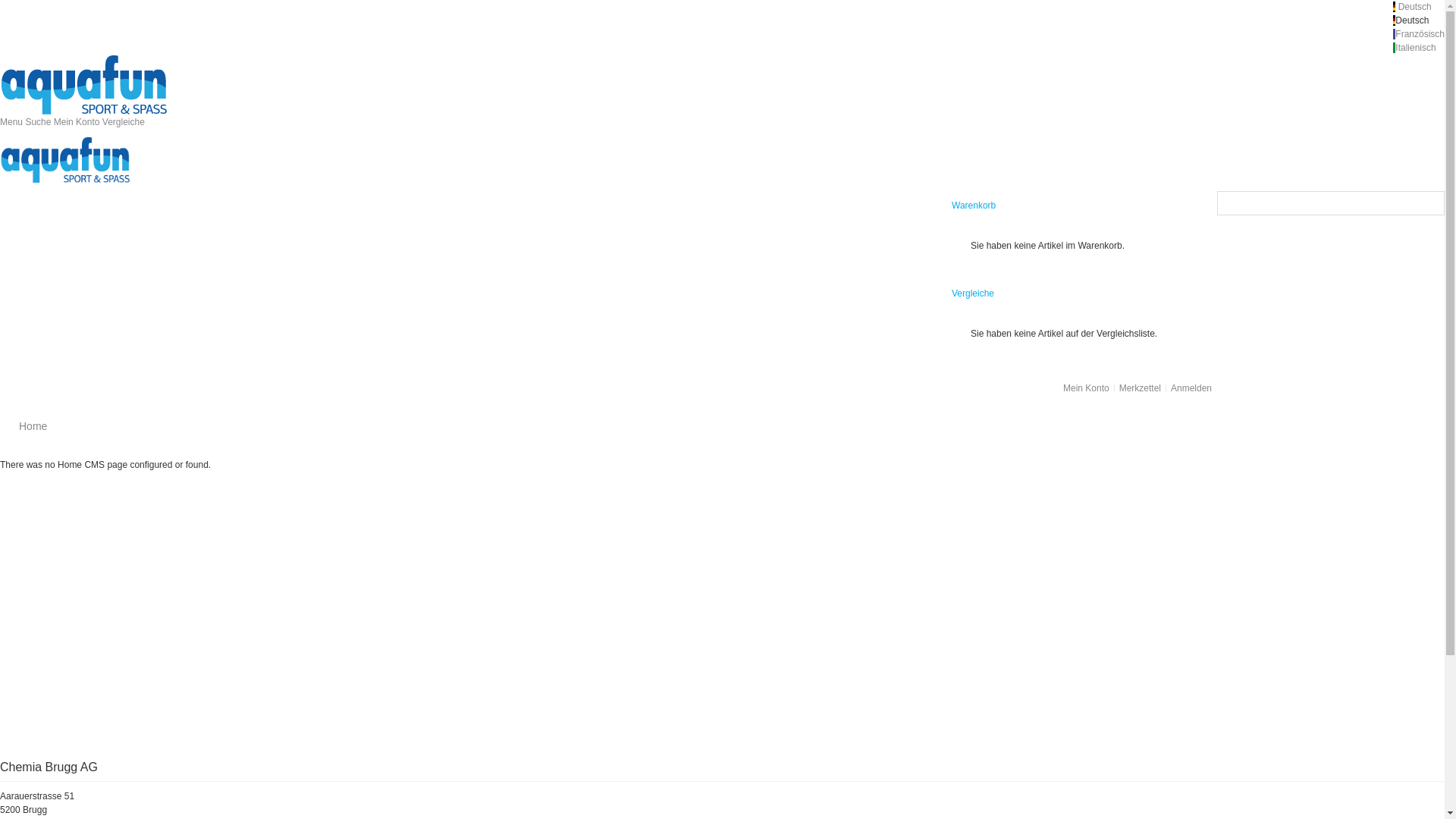 This screenshot has width=1456, height=819. I want to click on 'Merkzettel', so click(1140, 388).